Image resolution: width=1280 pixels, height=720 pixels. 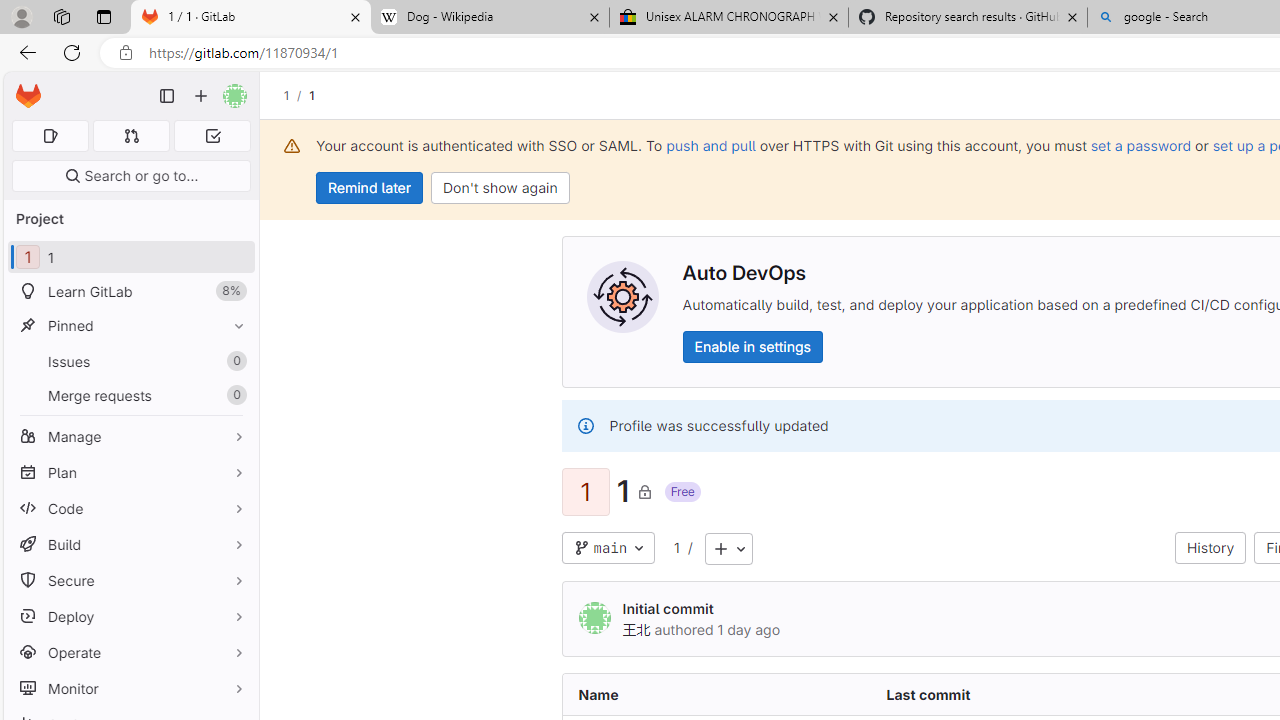 I want to click on 'Primary navigation sidebar', so click(x=167, y=96).